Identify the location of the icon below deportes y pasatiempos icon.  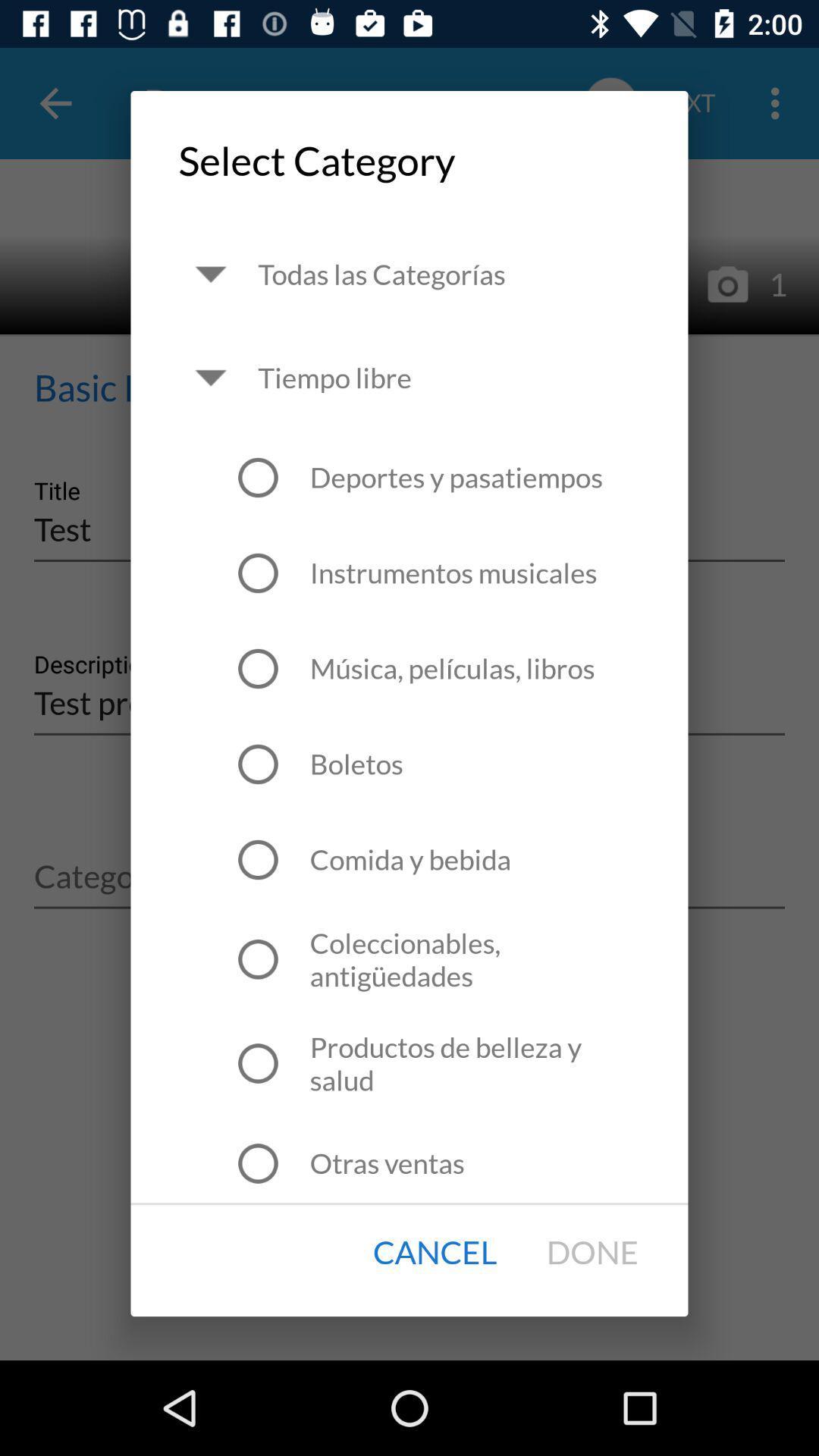
(453, 572).